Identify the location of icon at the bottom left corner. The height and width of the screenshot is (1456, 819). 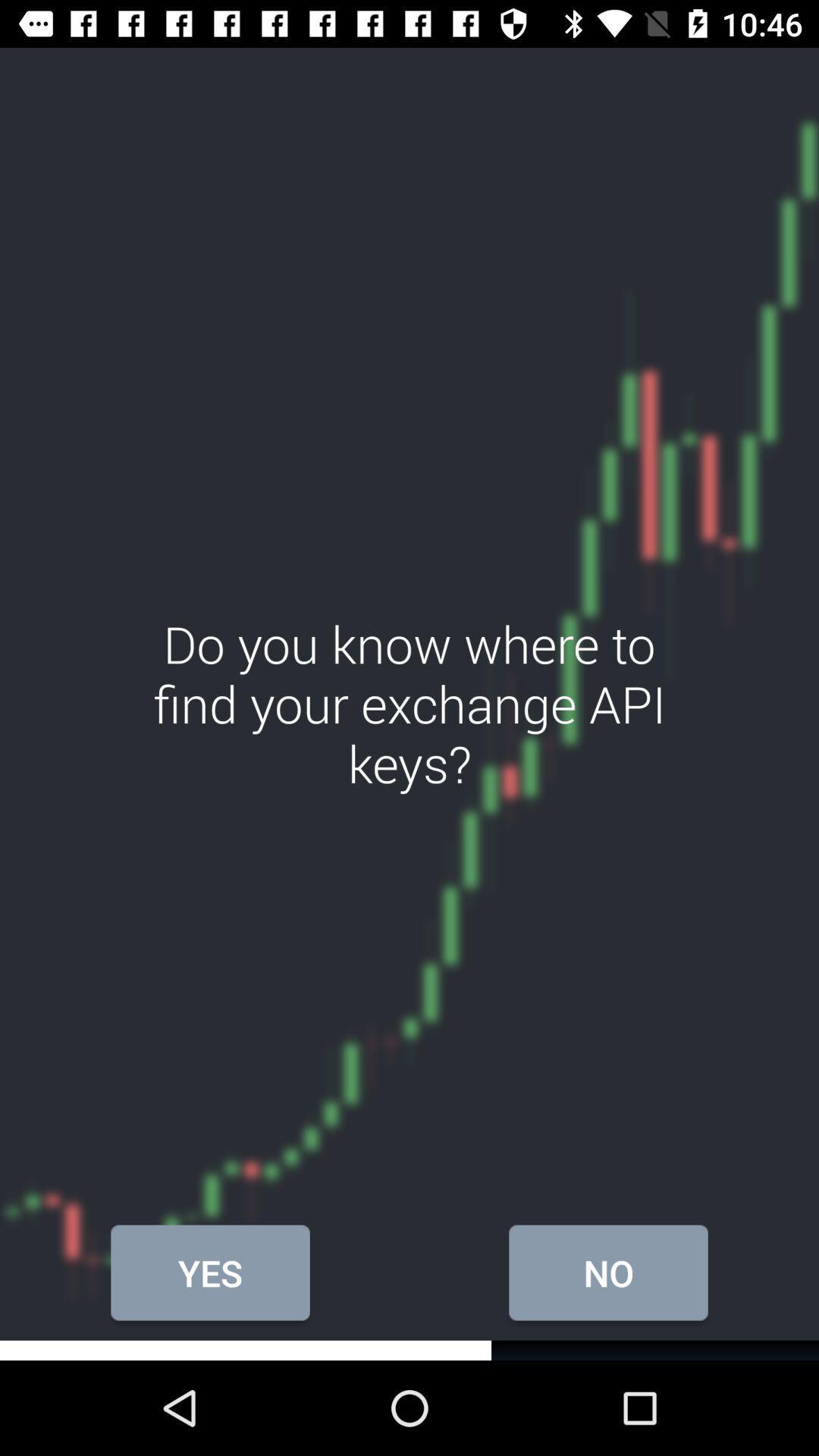
(210, 1272).